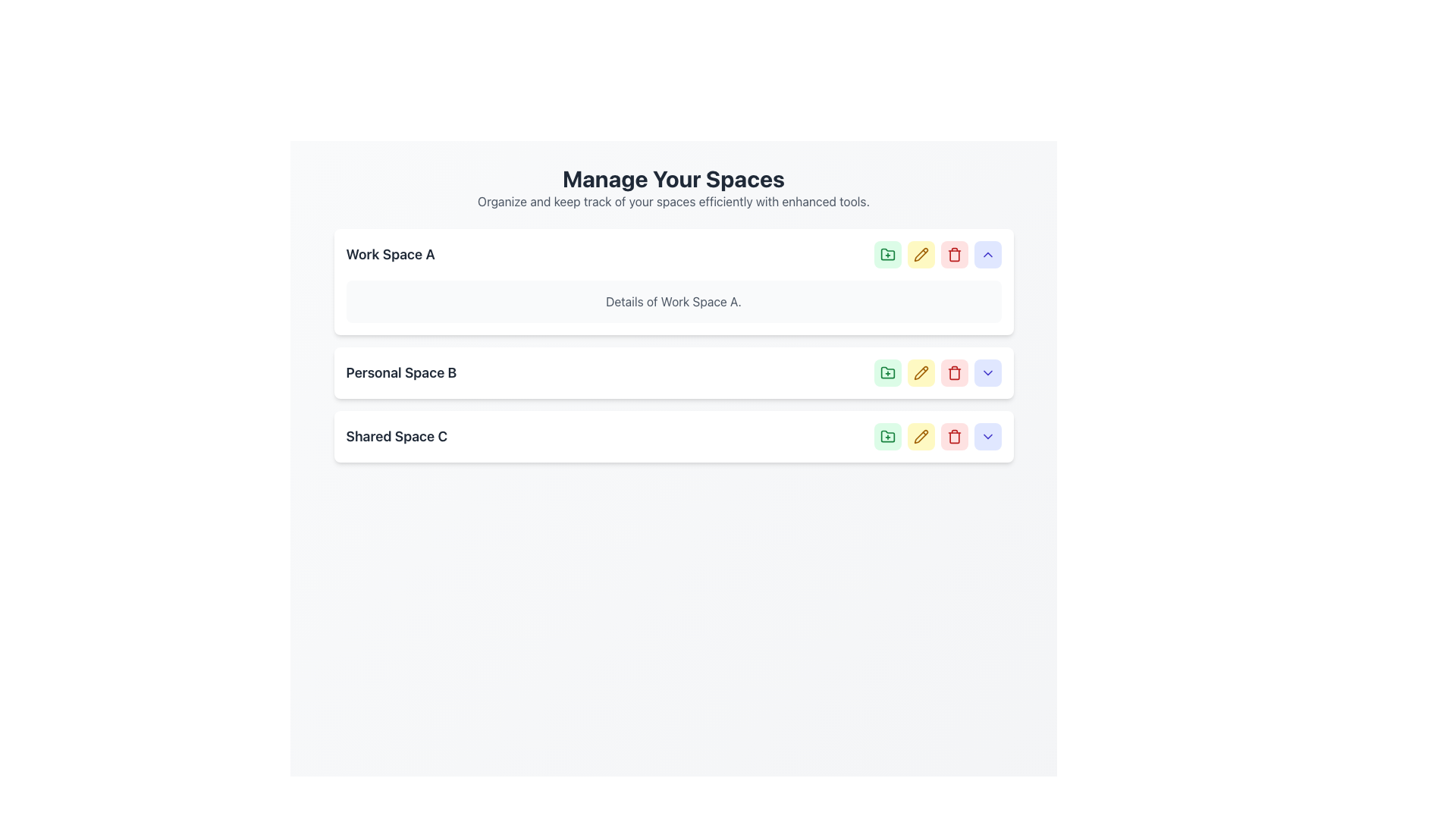 The image size is (1456, 819). What do you see at coordinates (920, 373) in the screenshot?
I see `the edit icon located in the second workspace row labeled 'Personal Space B' to initiate edit mode for the related workspace` at bounding box center [920, 373].